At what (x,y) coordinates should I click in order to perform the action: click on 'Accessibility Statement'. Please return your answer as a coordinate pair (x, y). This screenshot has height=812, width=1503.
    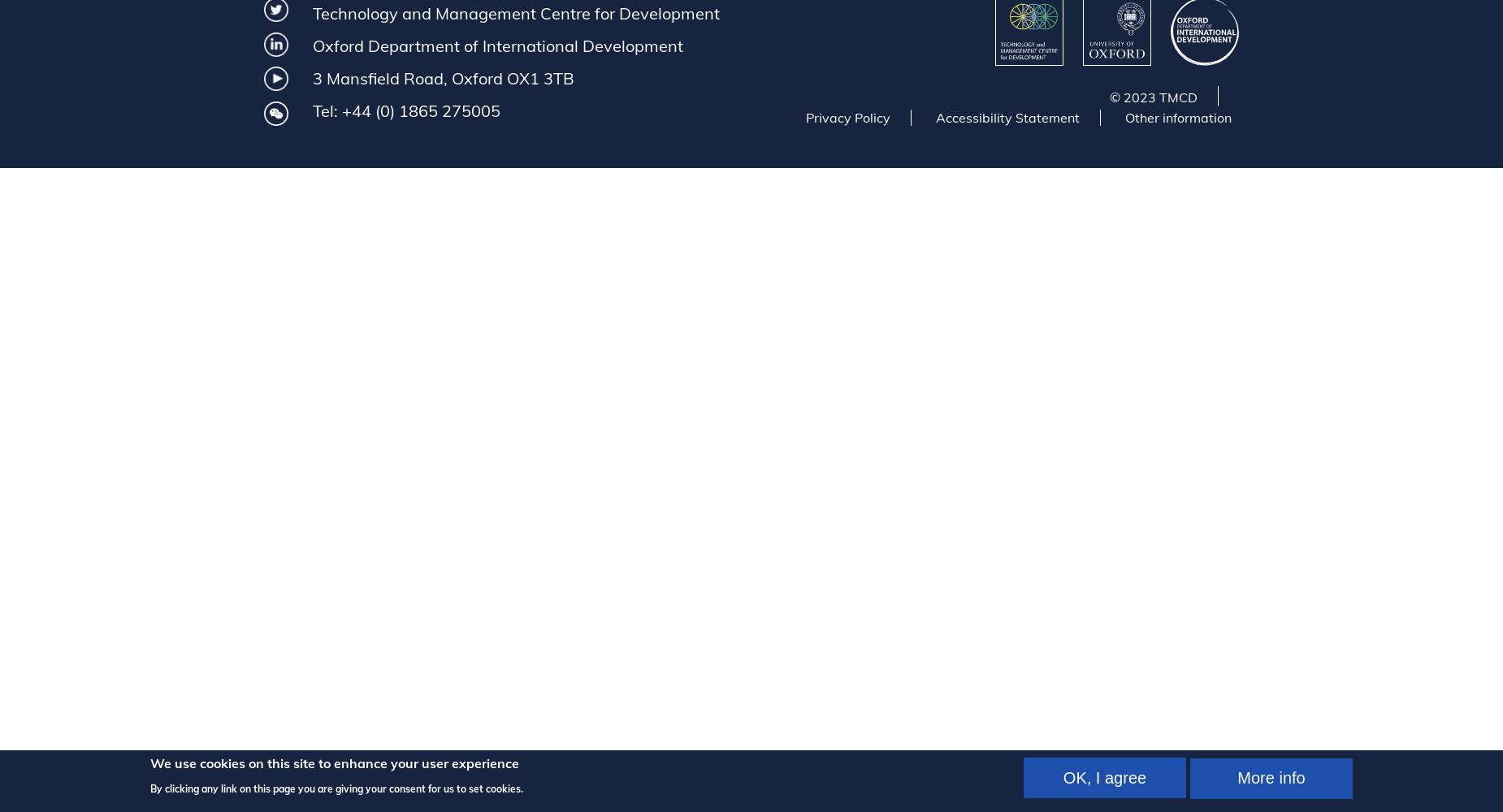
    Looking at the image, I should click on (934, 118).